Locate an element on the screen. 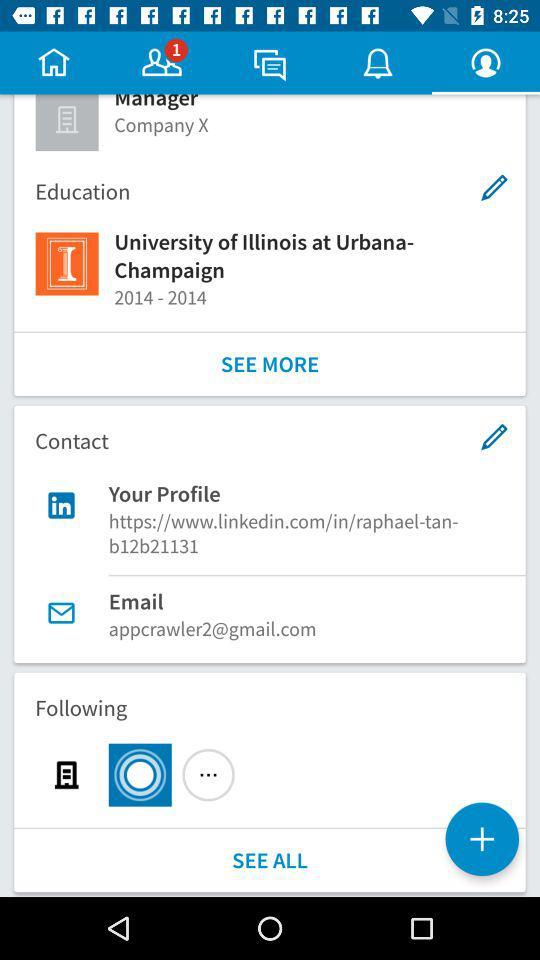  the item below following is located at coordinates (481, 839).